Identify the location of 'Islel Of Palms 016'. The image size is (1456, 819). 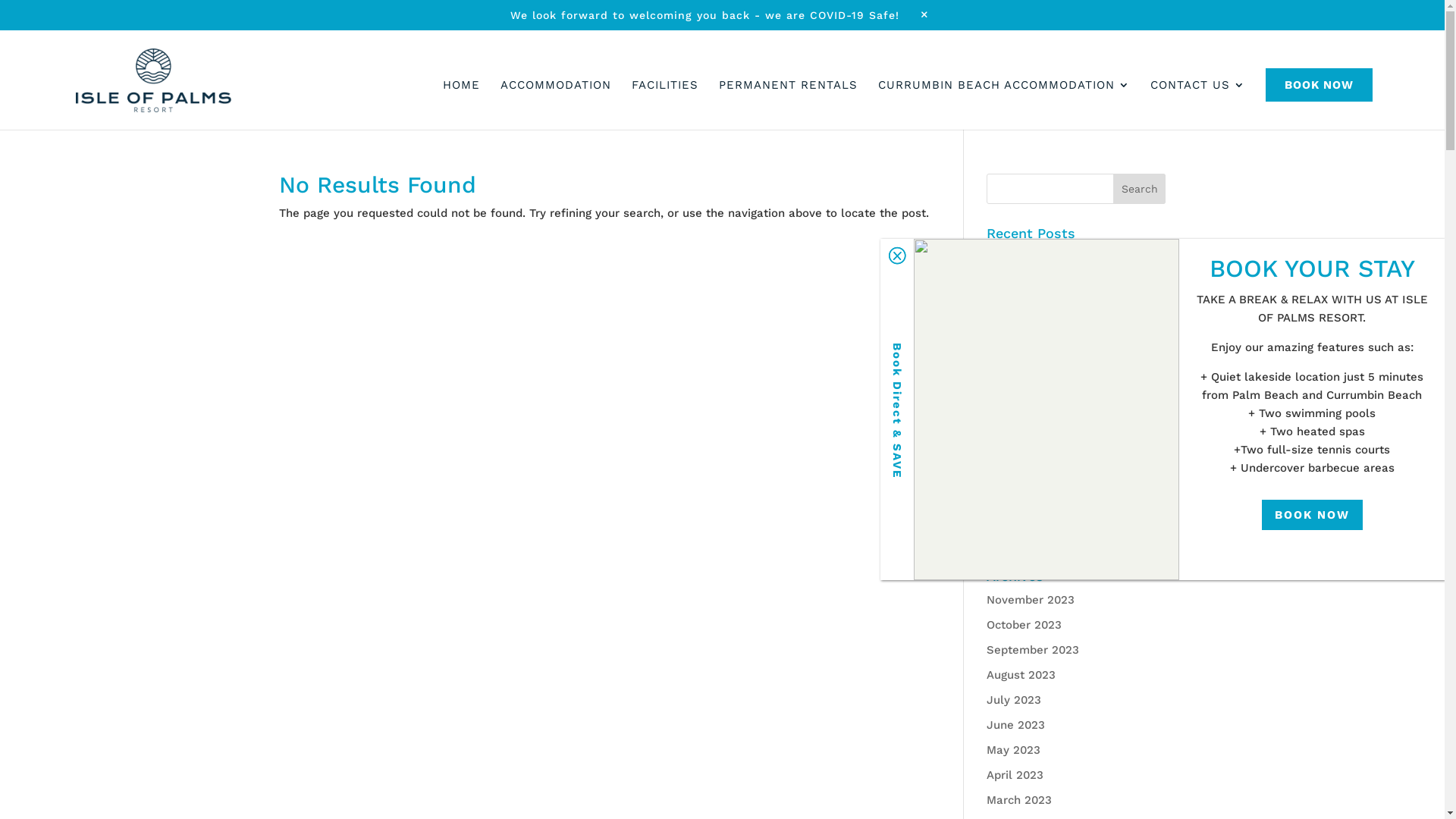
(1046, 409).